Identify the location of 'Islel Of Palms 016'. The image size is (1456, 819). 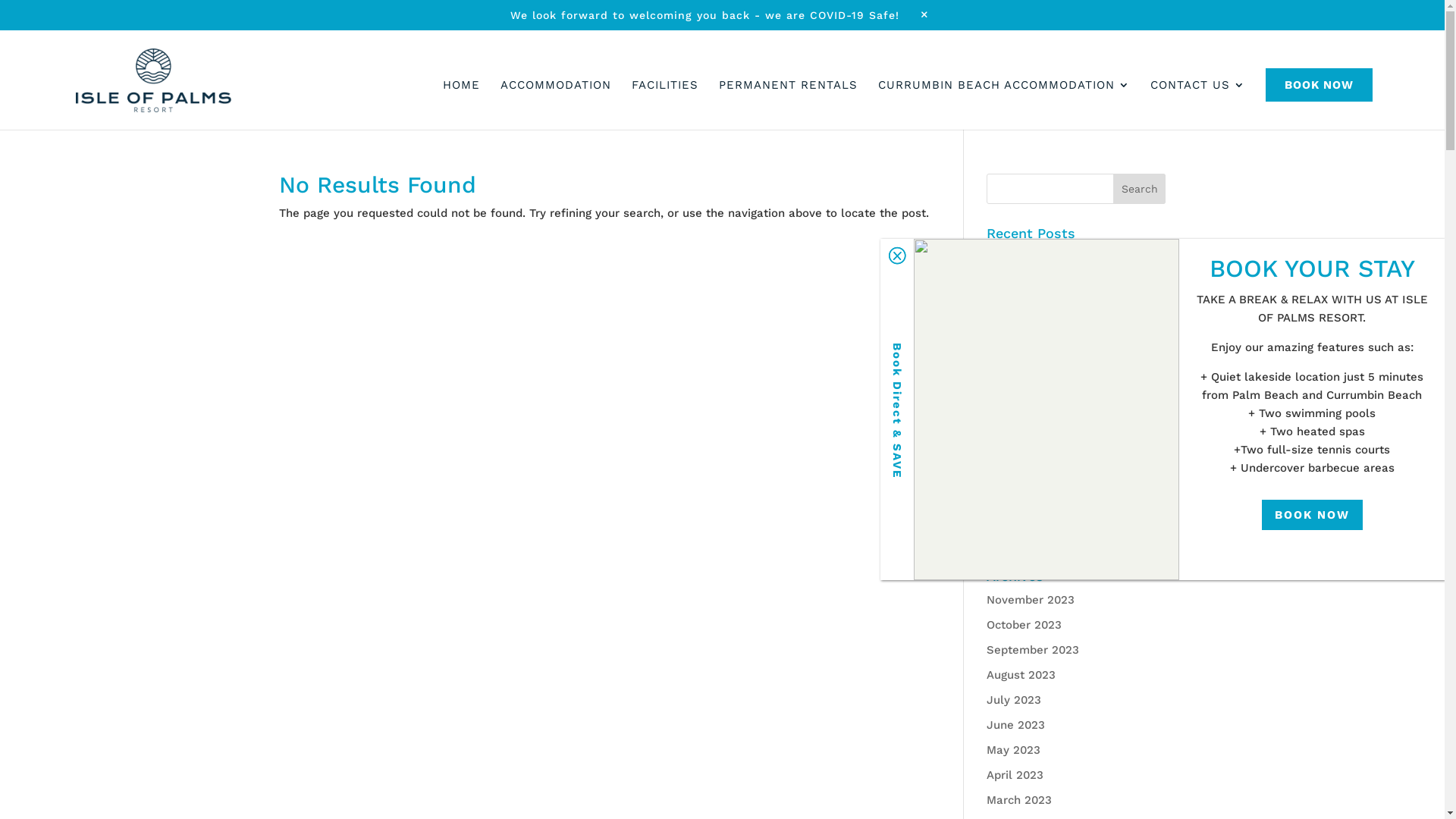
(1046, 409).